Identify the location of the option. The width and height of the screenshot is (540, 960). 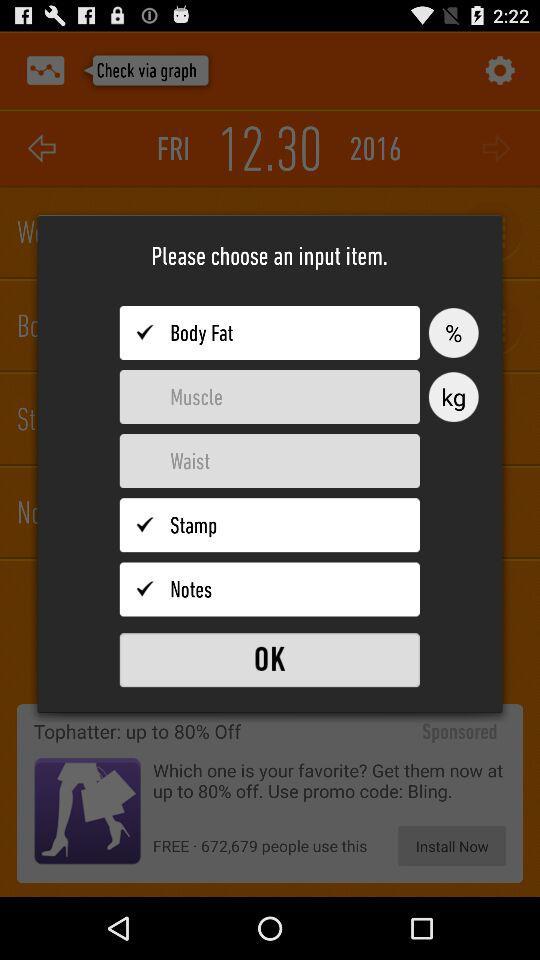
(269, 396).